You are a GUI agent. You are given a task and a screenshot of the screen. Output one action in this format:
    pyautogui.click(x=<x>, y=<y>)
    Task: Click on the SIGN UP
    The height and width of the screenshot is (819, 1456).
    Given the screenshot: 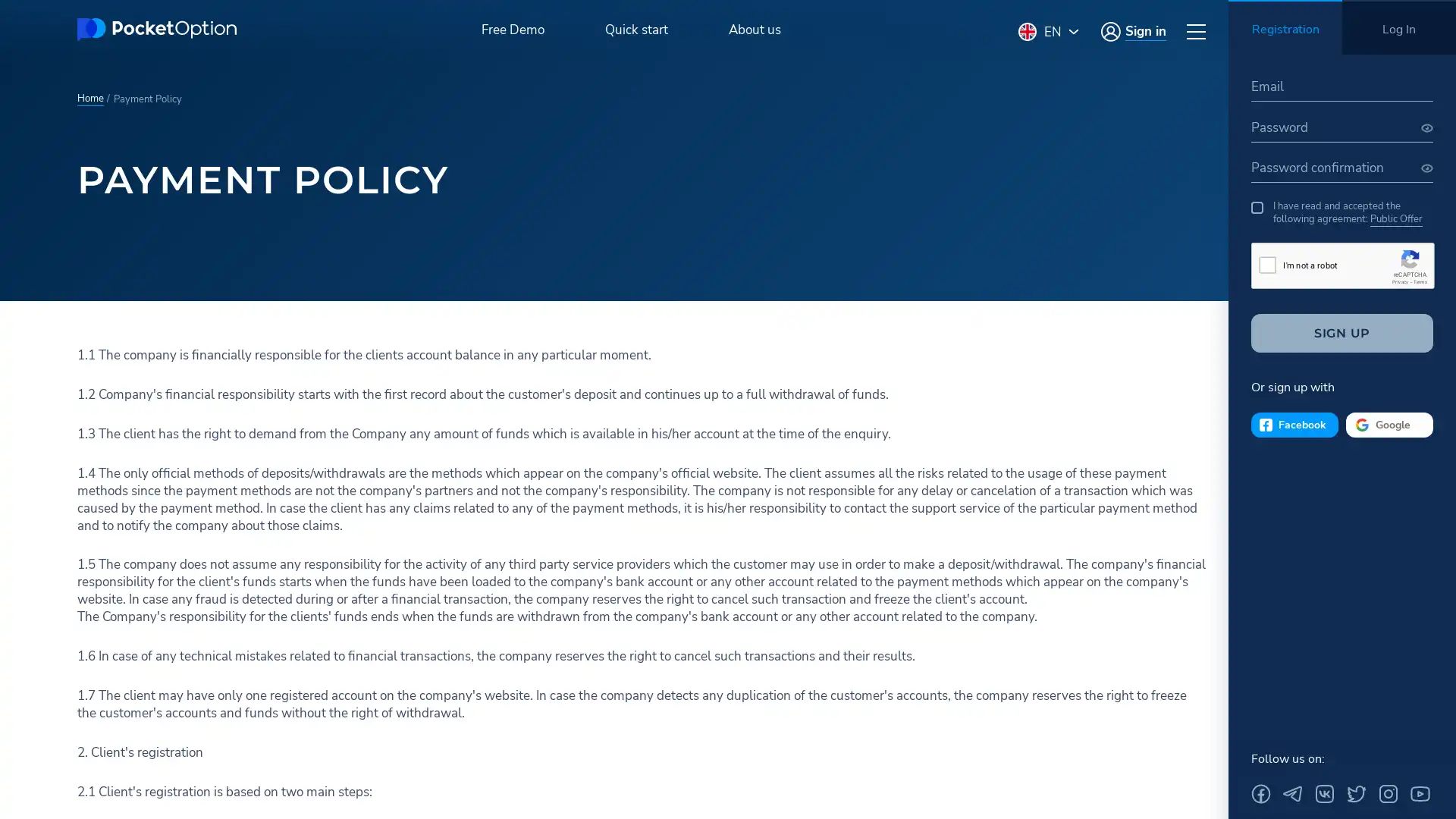 What is the action you would take?
    pyautogui.click(x=1342, y=332)
    